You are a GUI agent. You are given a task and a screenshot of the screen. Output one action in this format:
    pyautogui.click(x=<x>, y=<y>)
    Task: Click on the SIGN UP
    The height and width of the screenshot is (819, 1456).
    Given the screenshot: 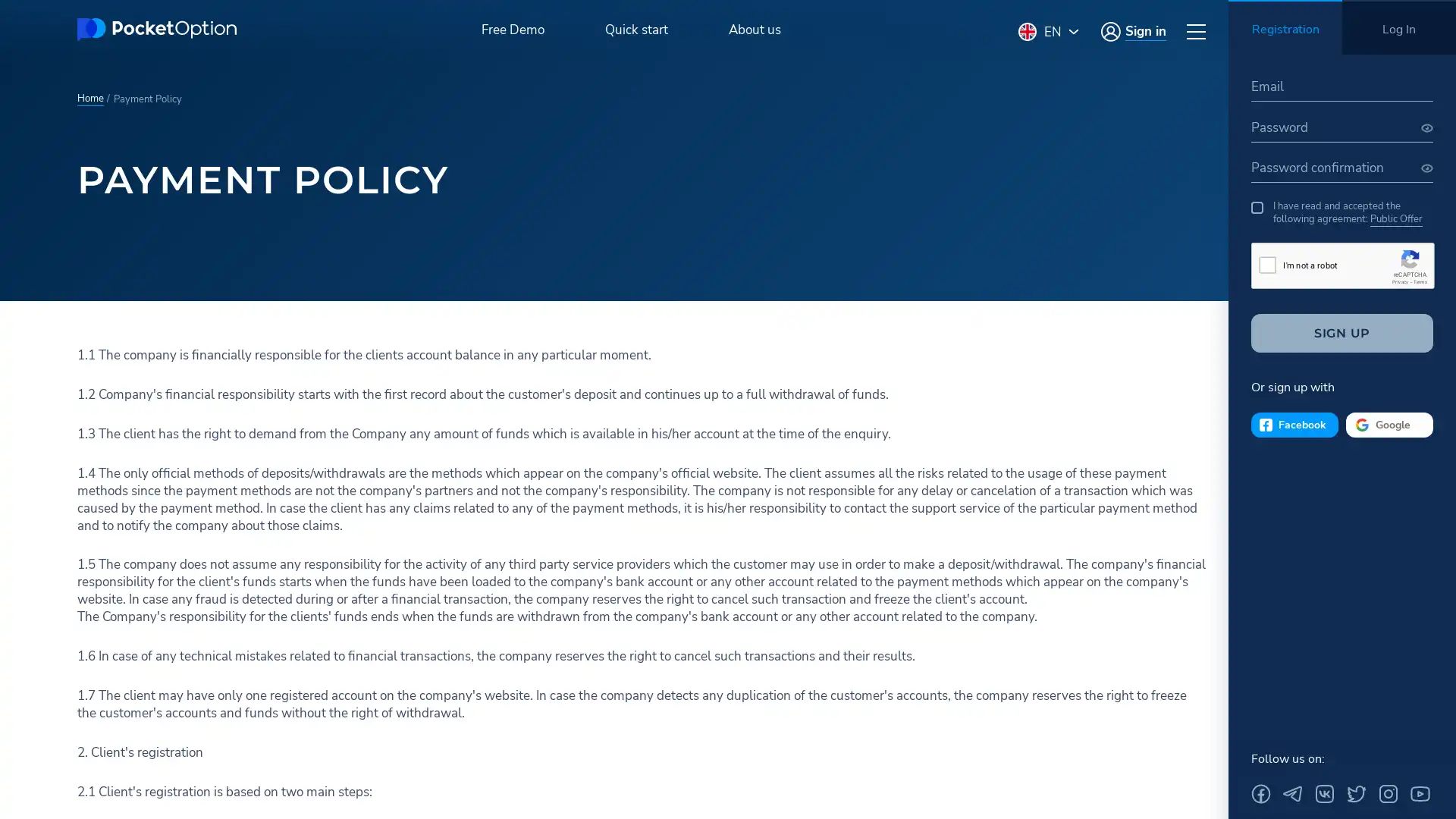 What is the action you would take?
    pyautogui.click(x=1342, y=332)
    